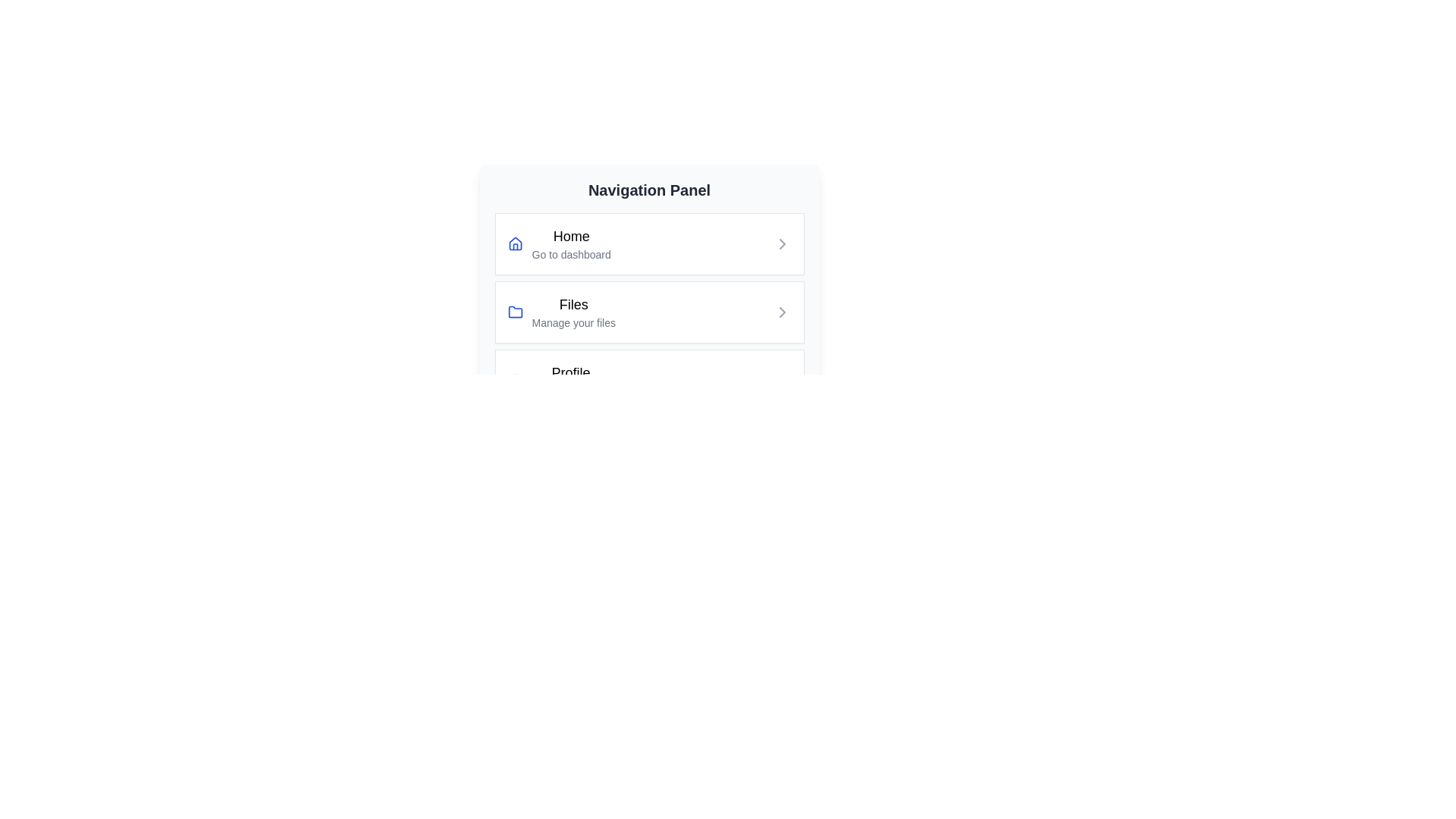  I want to click on the profile navigation button located within the navigation panel under the 'Files' option, so click(570, 379).